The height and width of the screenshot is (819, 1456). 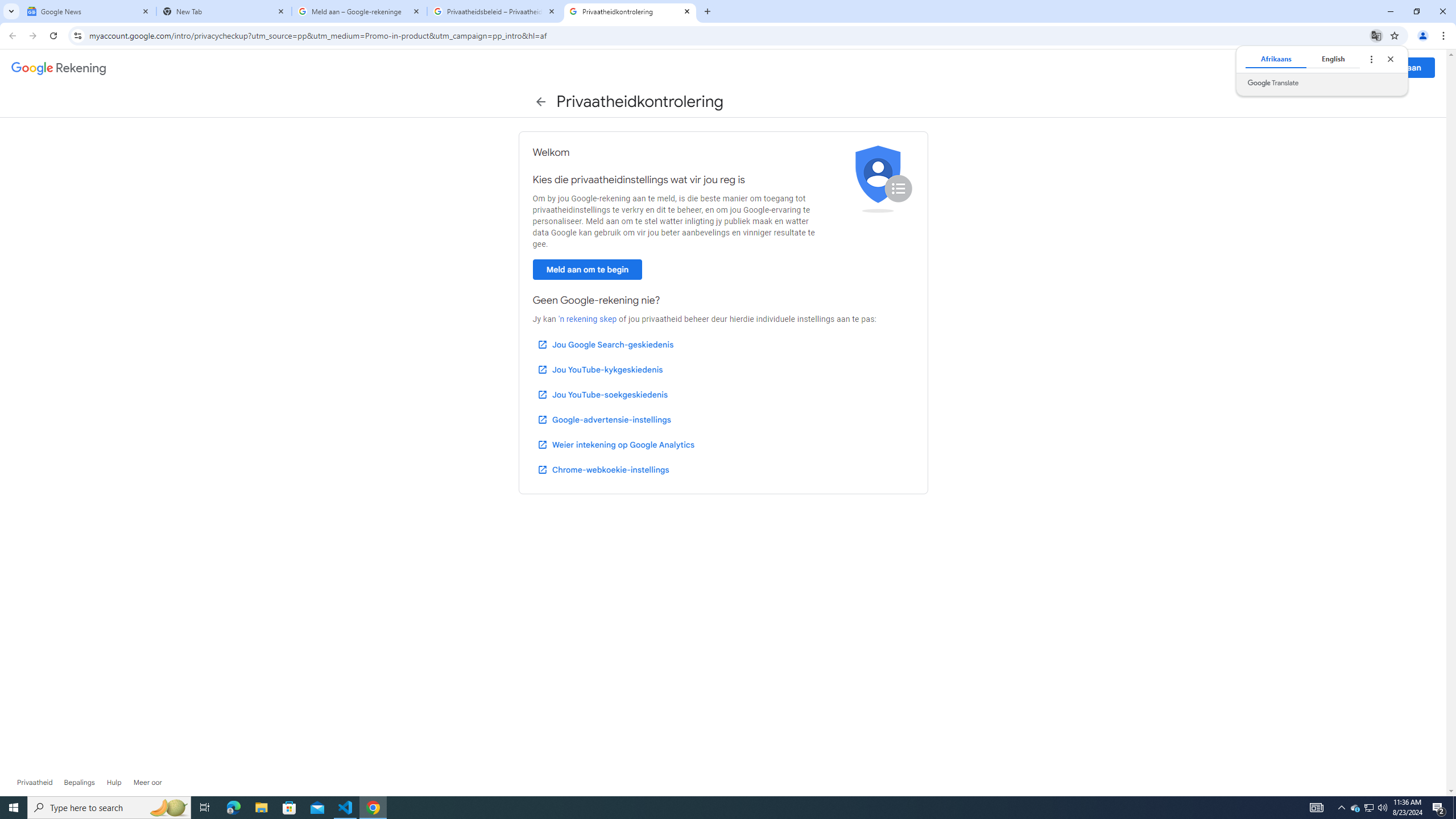 What do you see at coordinates (1403, 67) in the screenshot?
I see `'Meld aan'` at bounding box center [1403, 67].